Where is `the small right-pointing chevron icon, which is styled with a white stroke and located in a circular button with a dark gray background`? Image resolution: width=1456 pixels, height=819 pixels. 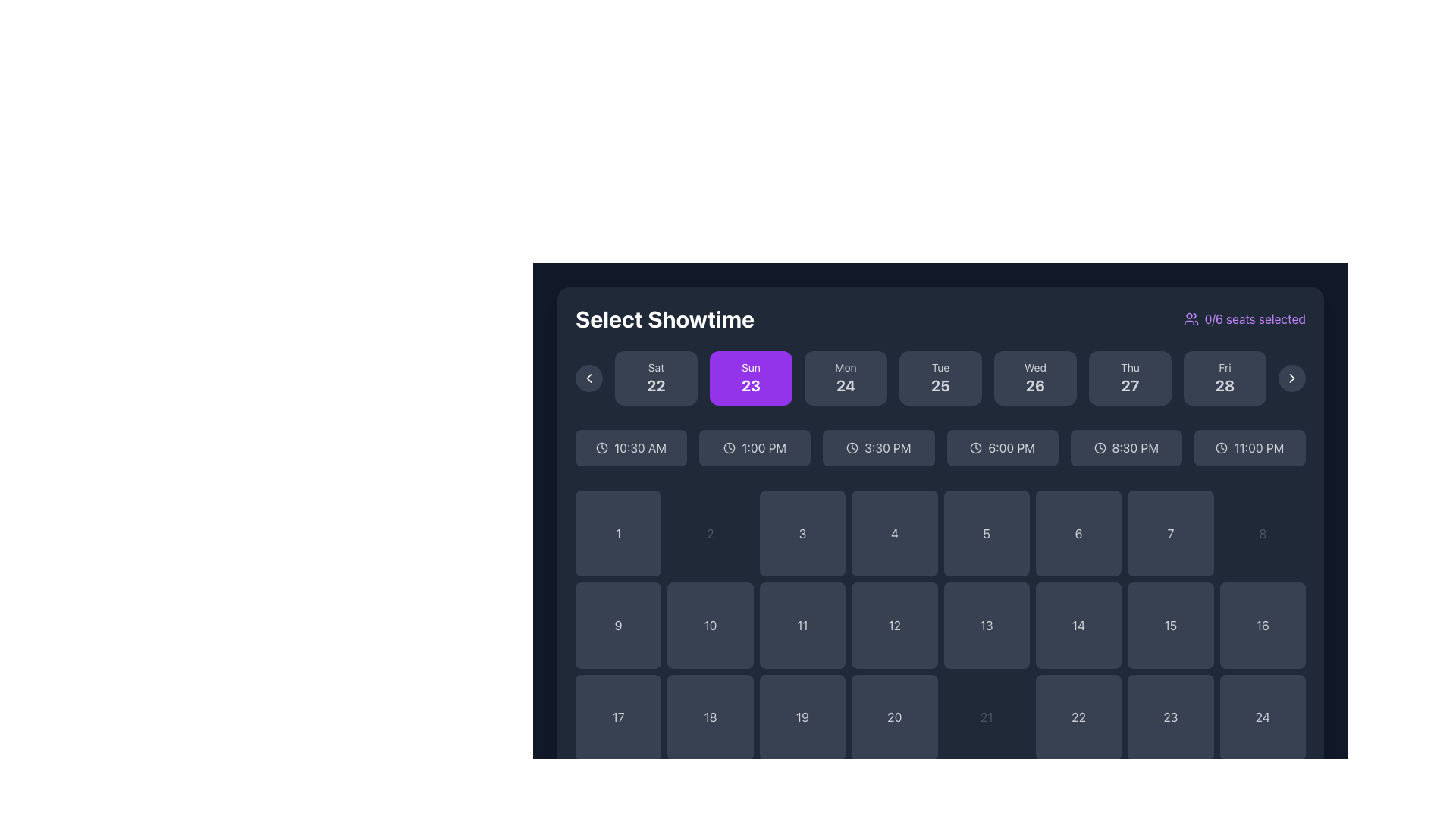
the small right-pointing chevron icon, which is styled with a white stroke and located in a circular button with a dark gray background is located at coordinates (1291, 377).